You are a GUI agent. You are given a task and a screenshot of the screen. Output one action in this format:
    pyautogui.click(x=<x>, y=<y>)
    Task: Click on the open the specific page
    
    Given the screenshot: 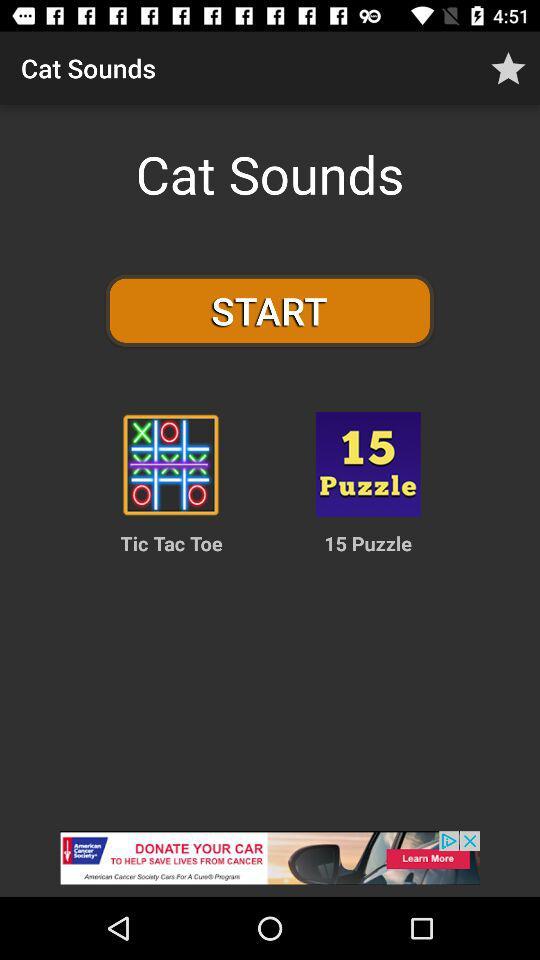 What is the action you would take?
    pyautogui.click(x=367, y=464)
    